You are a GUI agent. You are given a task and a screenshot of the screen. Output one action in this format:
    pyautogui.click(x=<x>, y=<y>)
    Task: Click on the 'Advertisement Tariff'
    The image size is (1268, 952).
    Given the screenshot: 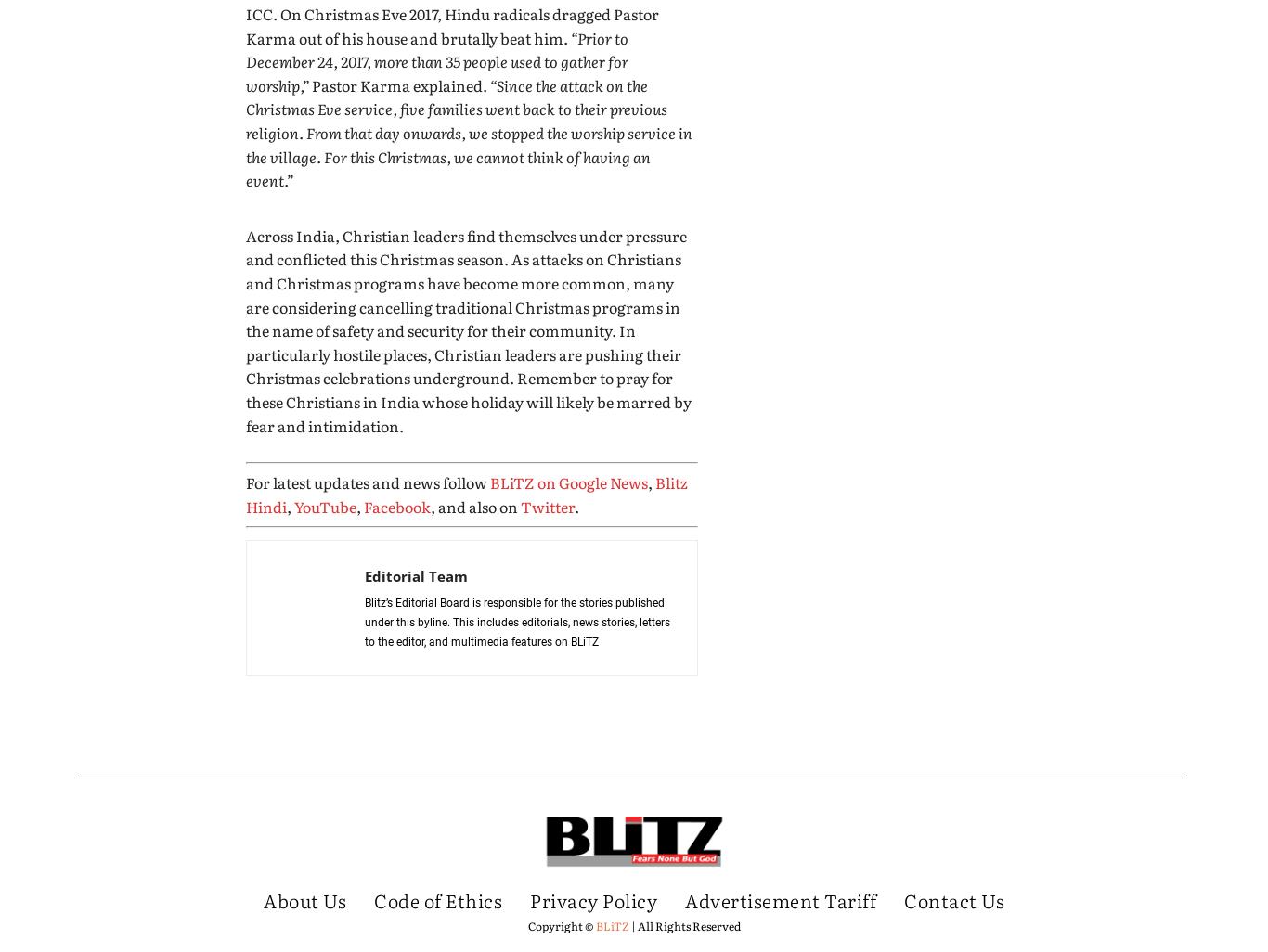 What is the action you would take?
    pyautogui.click(x=780, y=898)
    